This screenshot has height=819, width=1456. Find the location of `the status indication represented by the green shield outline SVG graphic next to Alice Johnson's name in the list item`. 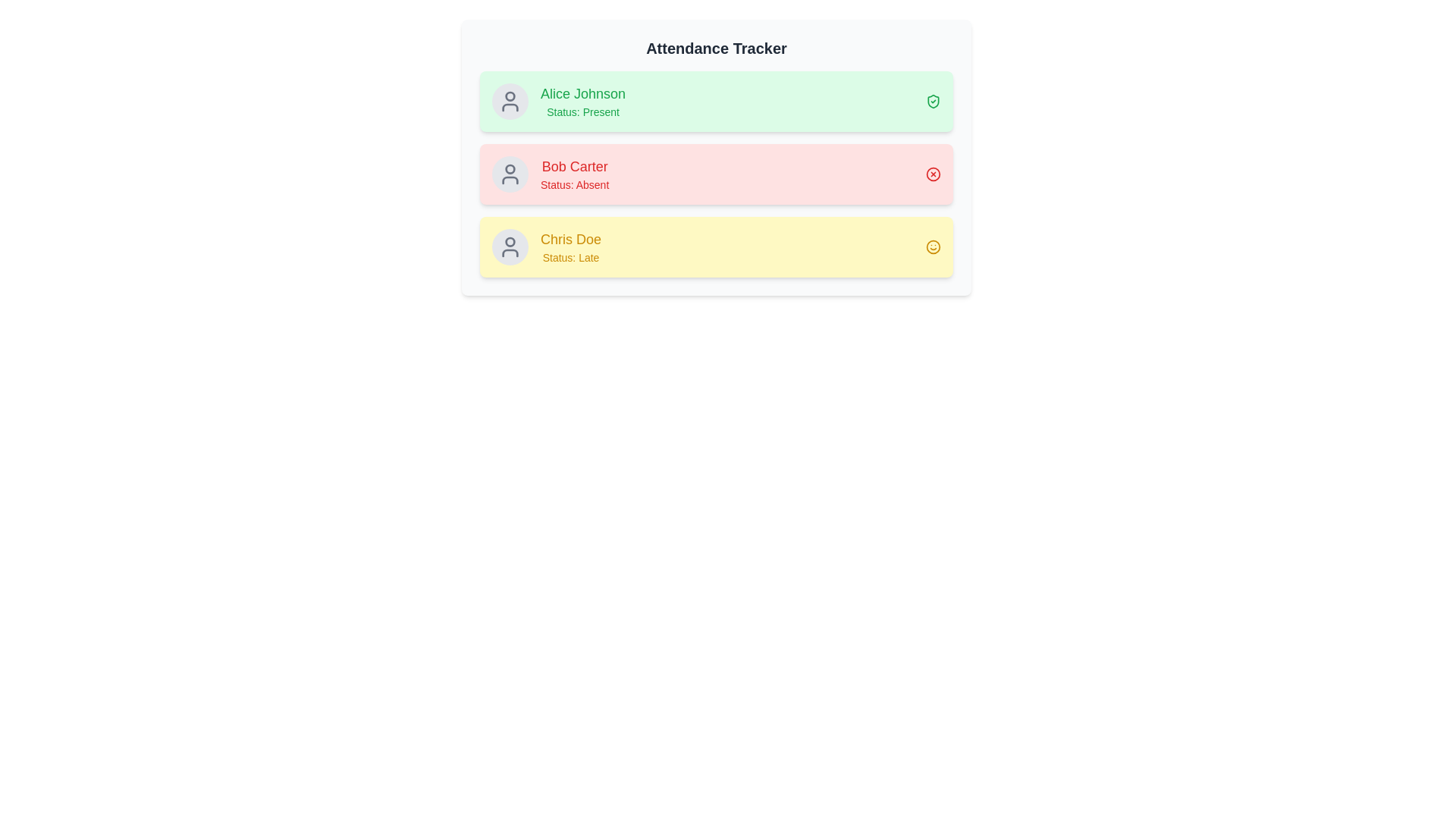

the status indication represented by the green shield outline SVG graphic next to Alice Johnson's name in the list item is located at coordinates (932, 102).